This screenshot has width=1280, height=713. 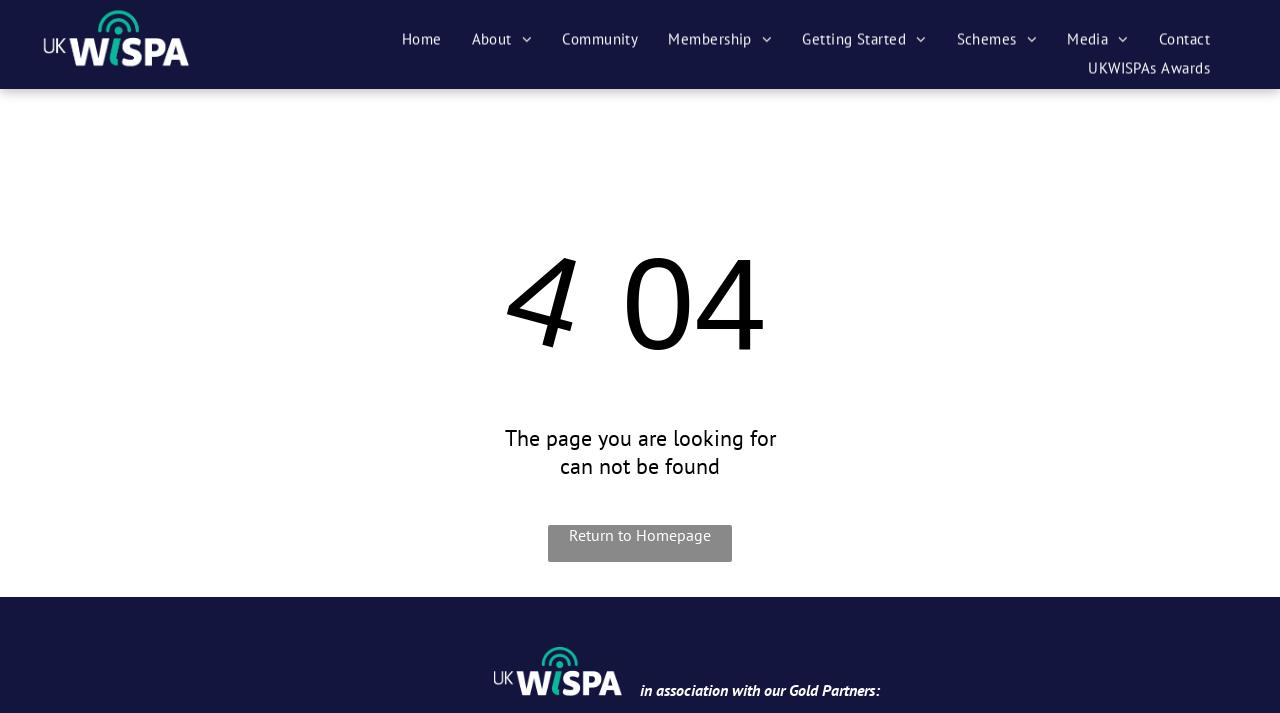 What do you see at coordinates (745, 64) in the screenshot?
I see `'Become a Member'` at bounding box center [745, 64].